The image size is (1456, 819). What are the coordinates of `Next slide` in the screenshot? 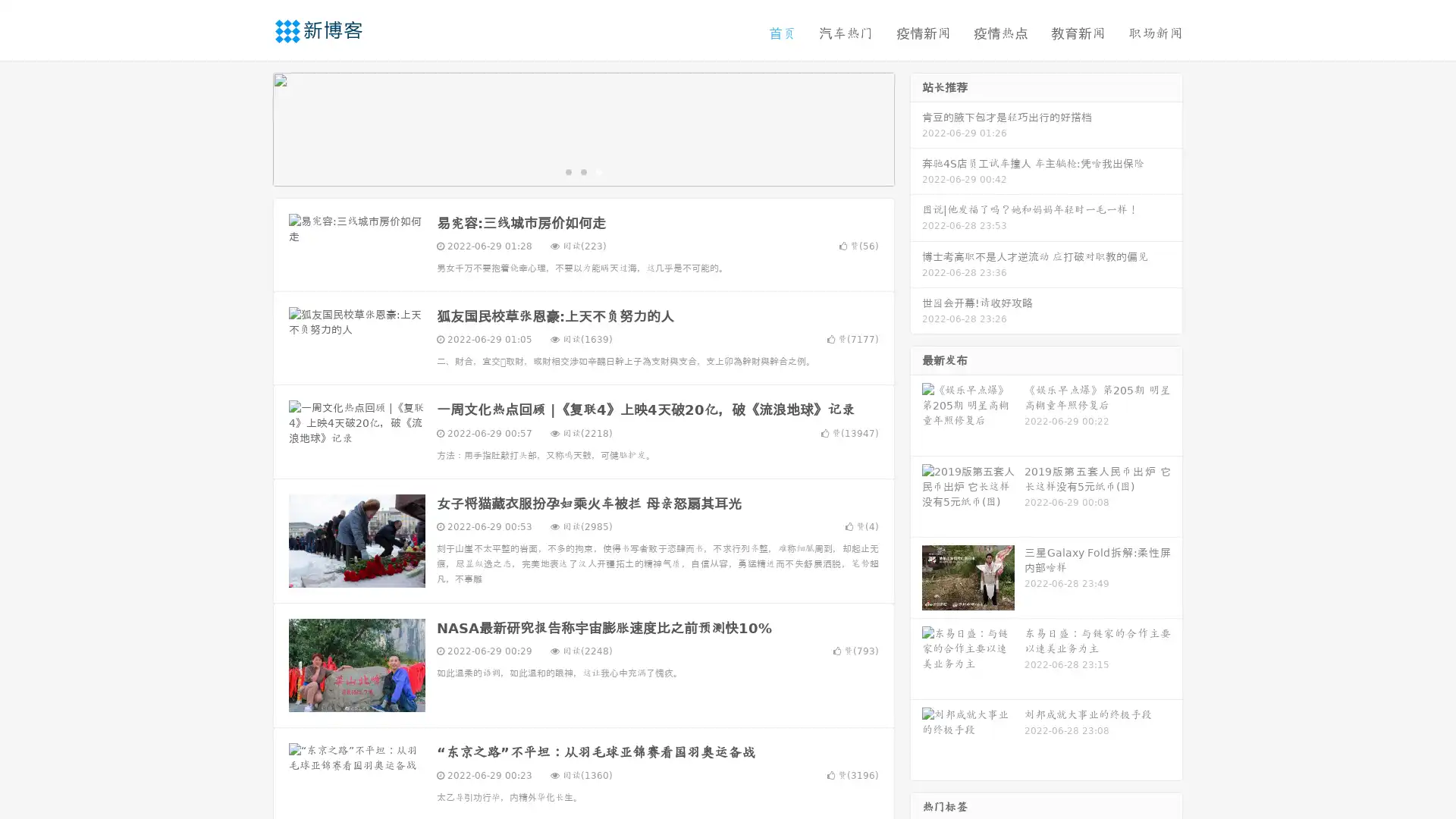 It's located at (916, 127).